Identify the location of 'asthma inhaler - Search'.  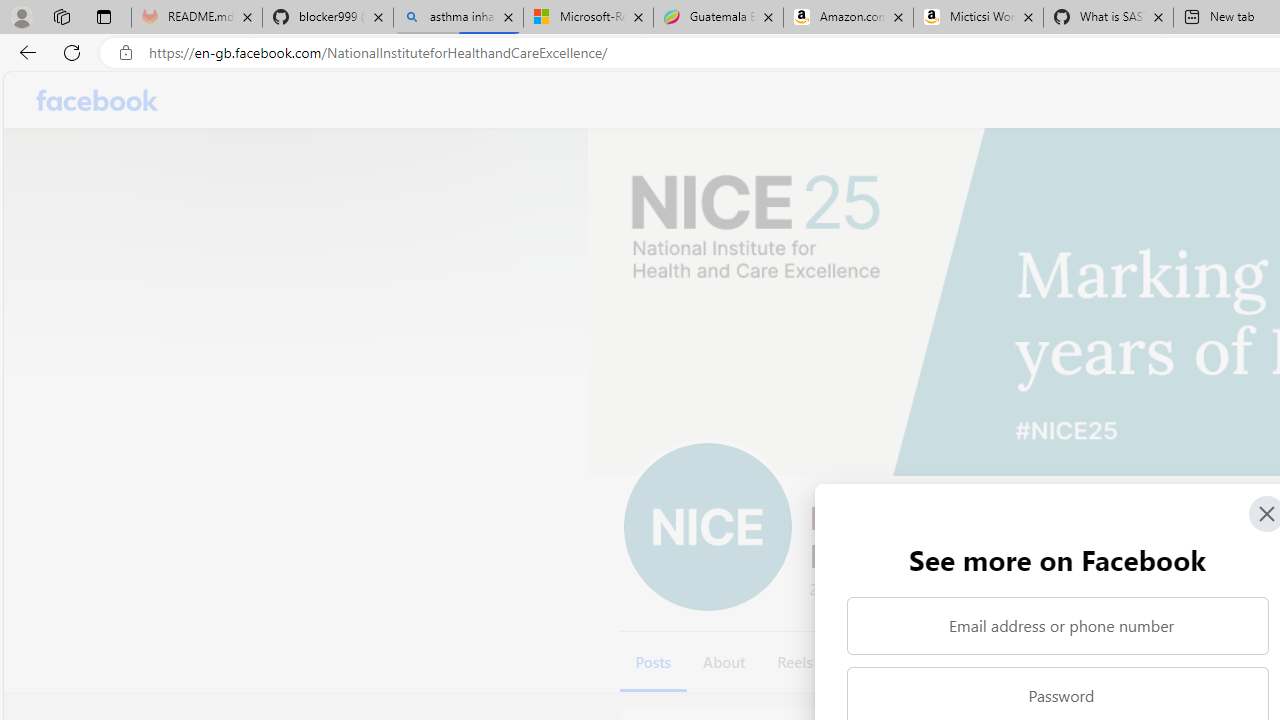
(457, 17).